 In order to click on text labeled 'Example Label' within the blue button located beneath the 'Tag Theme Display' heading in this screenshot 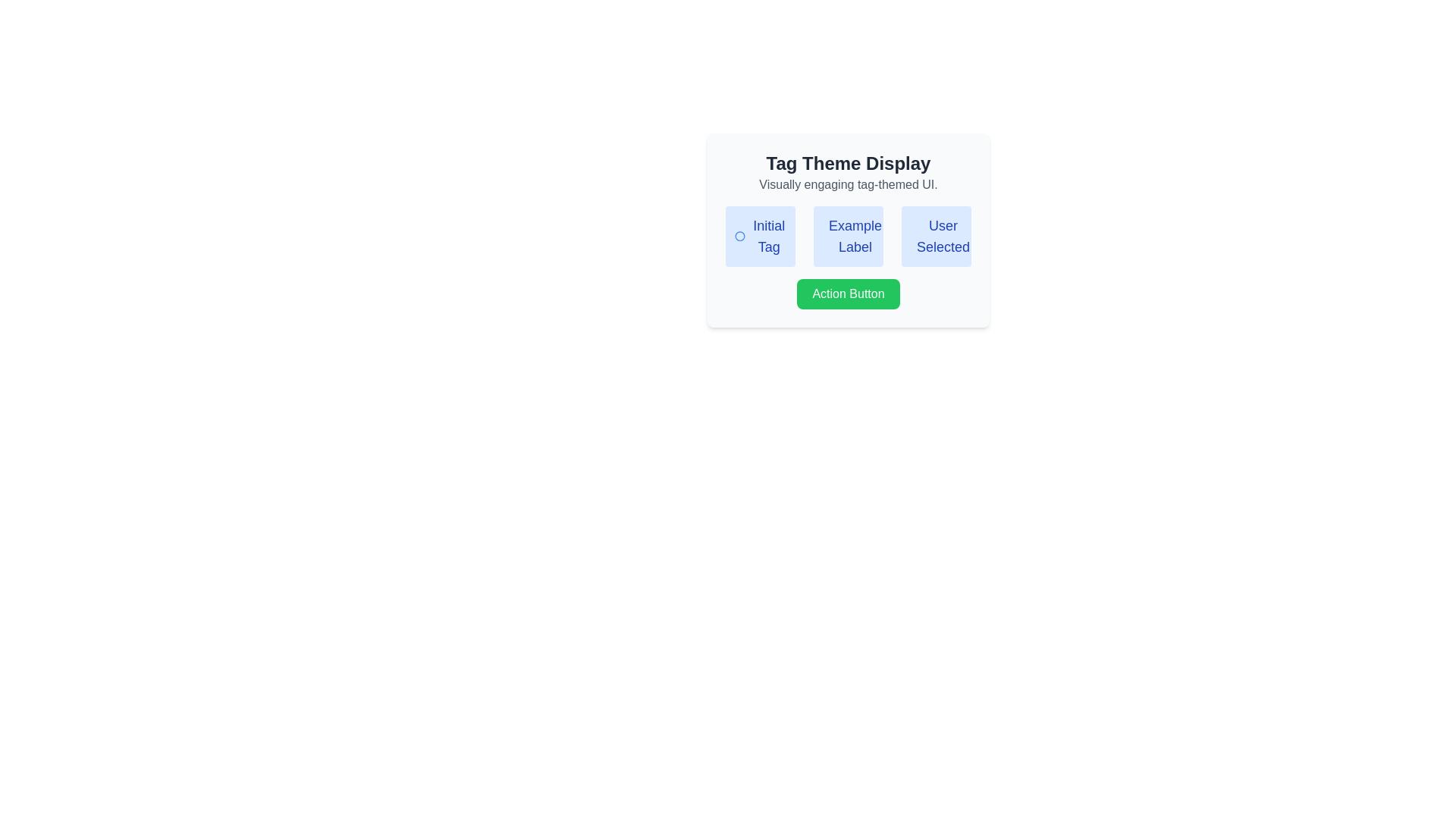, I will do `click(855, 237)`.